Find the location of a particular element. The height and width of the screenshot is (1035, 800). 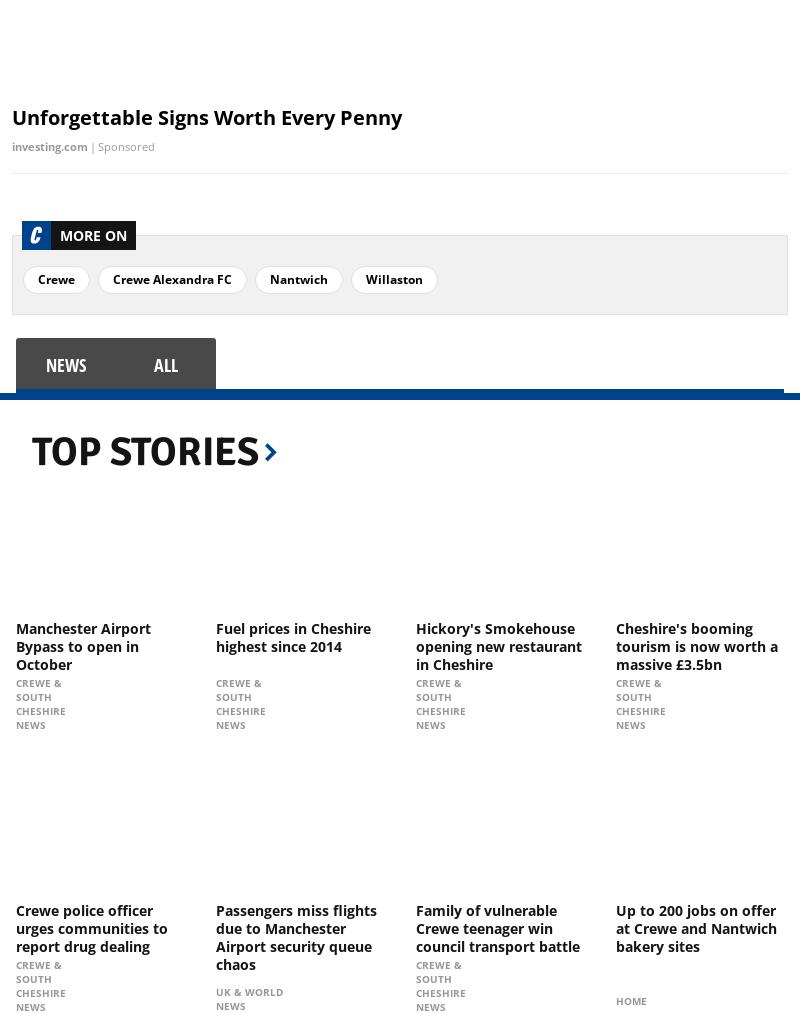

'all' is located at coordinates (166, 364).